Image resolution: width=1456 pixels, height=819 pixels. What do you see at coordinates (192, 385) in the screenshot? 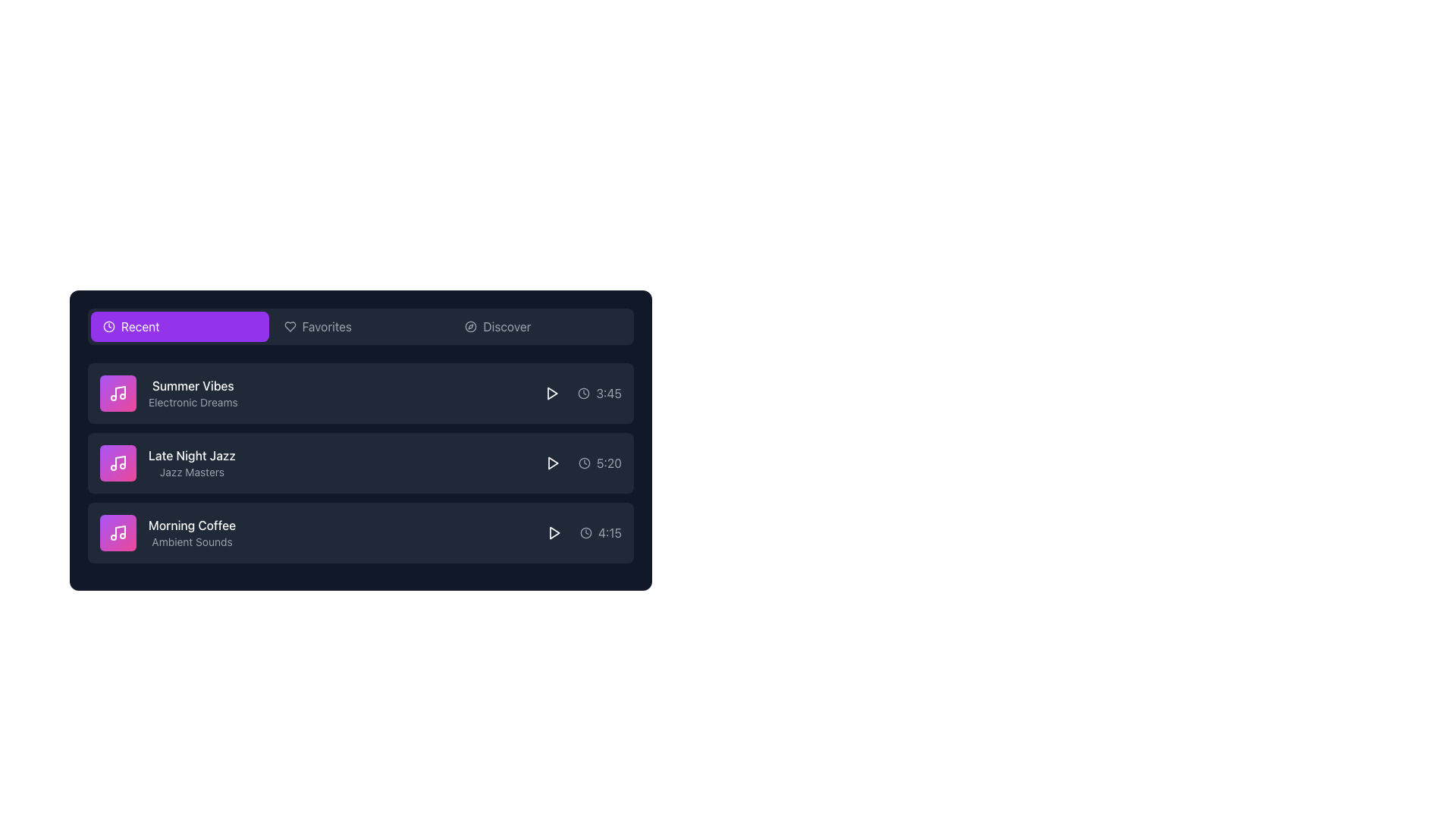
I see `text label 'Summer Vibes' which is styled with a white font and positioned in a list under the 'Recent' tab, above the 'Electronic Dreams' text` at bounding box center [192, 385].